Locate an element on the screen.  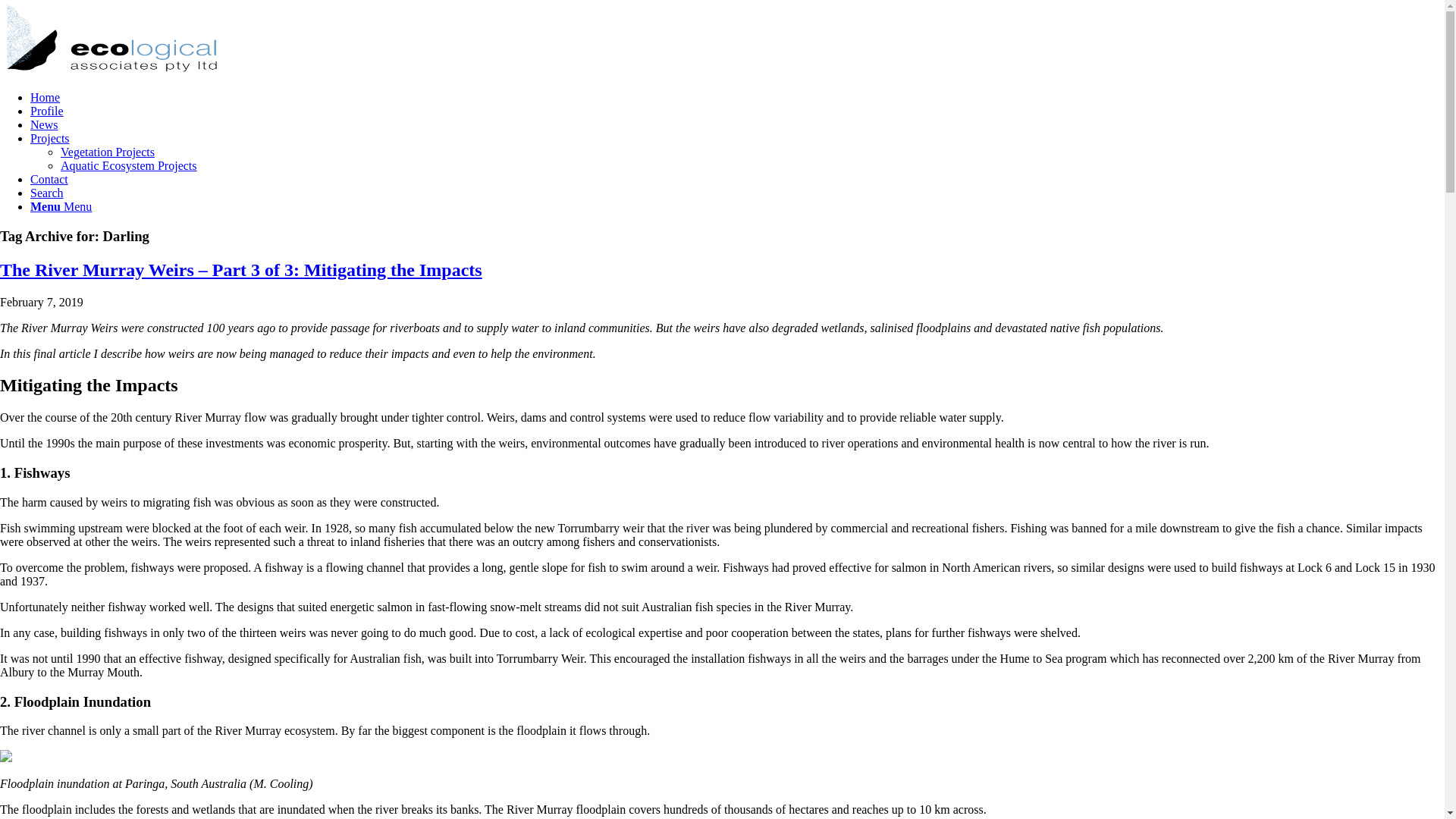
'Contact' is located at coordinates (49, 178).